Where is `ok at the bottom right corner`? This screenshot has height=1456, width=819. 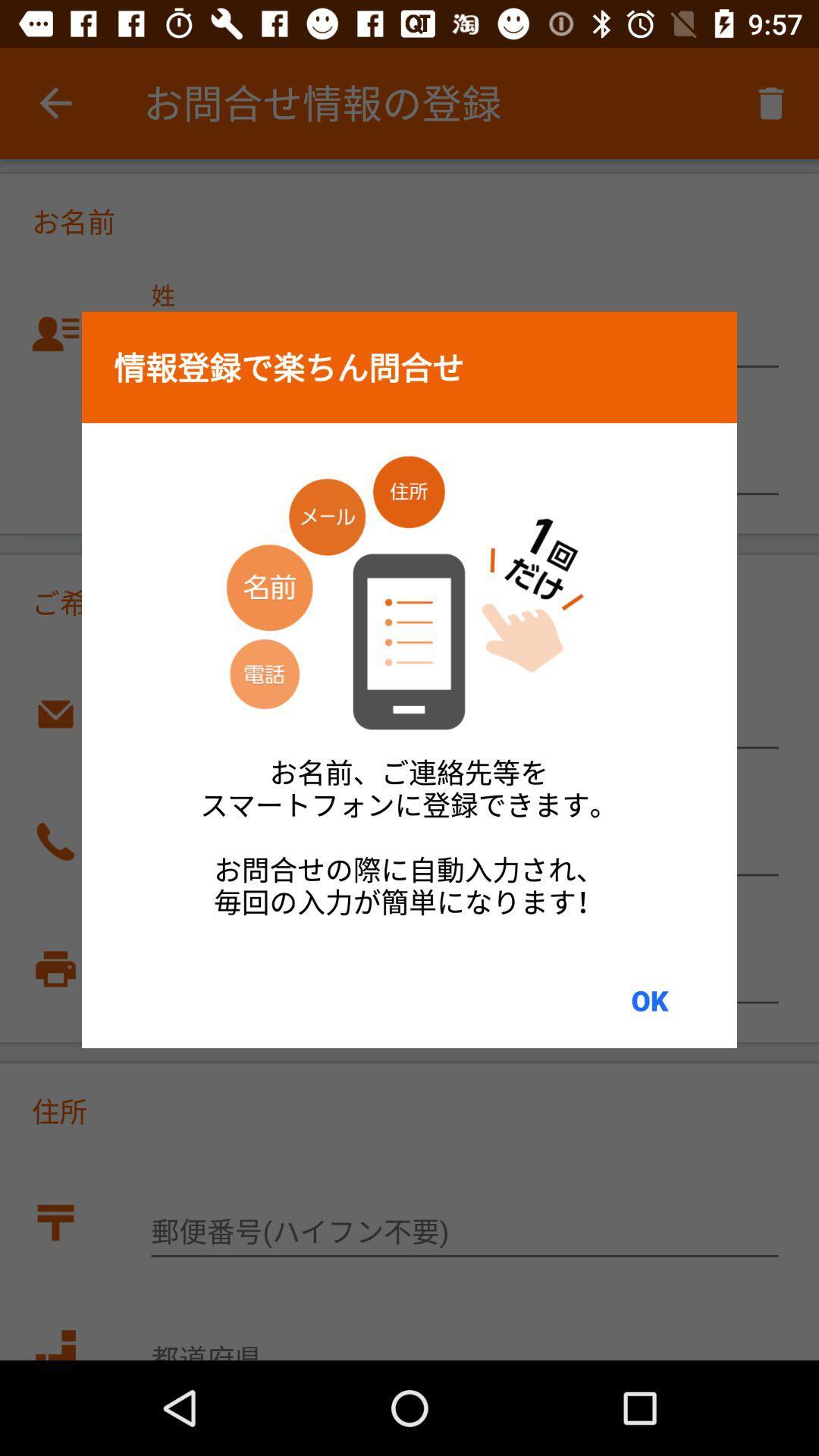
ok at the bottom right corner is located at coordinates (648, 1000).